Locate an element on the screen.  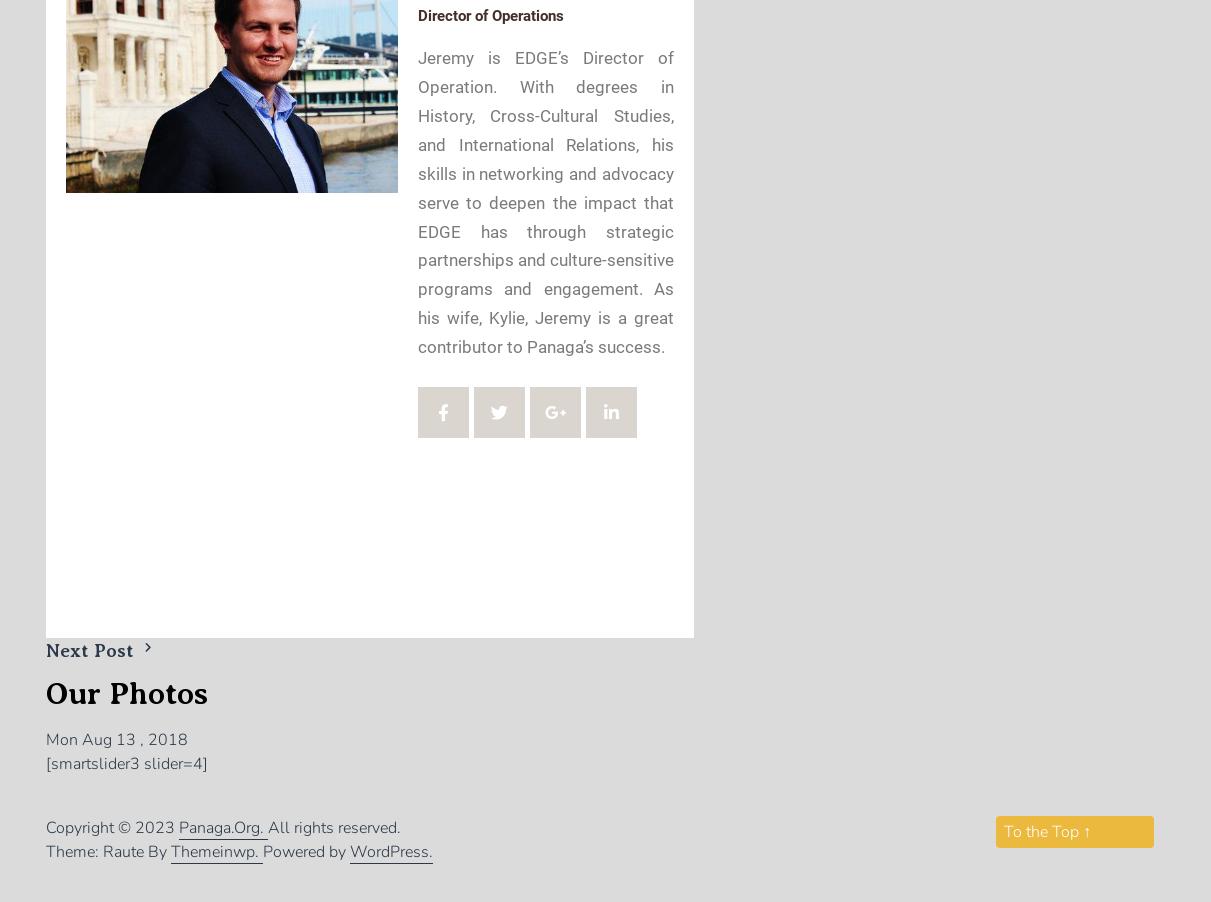
'Director of Operations' is located at coordinates (489, 14).